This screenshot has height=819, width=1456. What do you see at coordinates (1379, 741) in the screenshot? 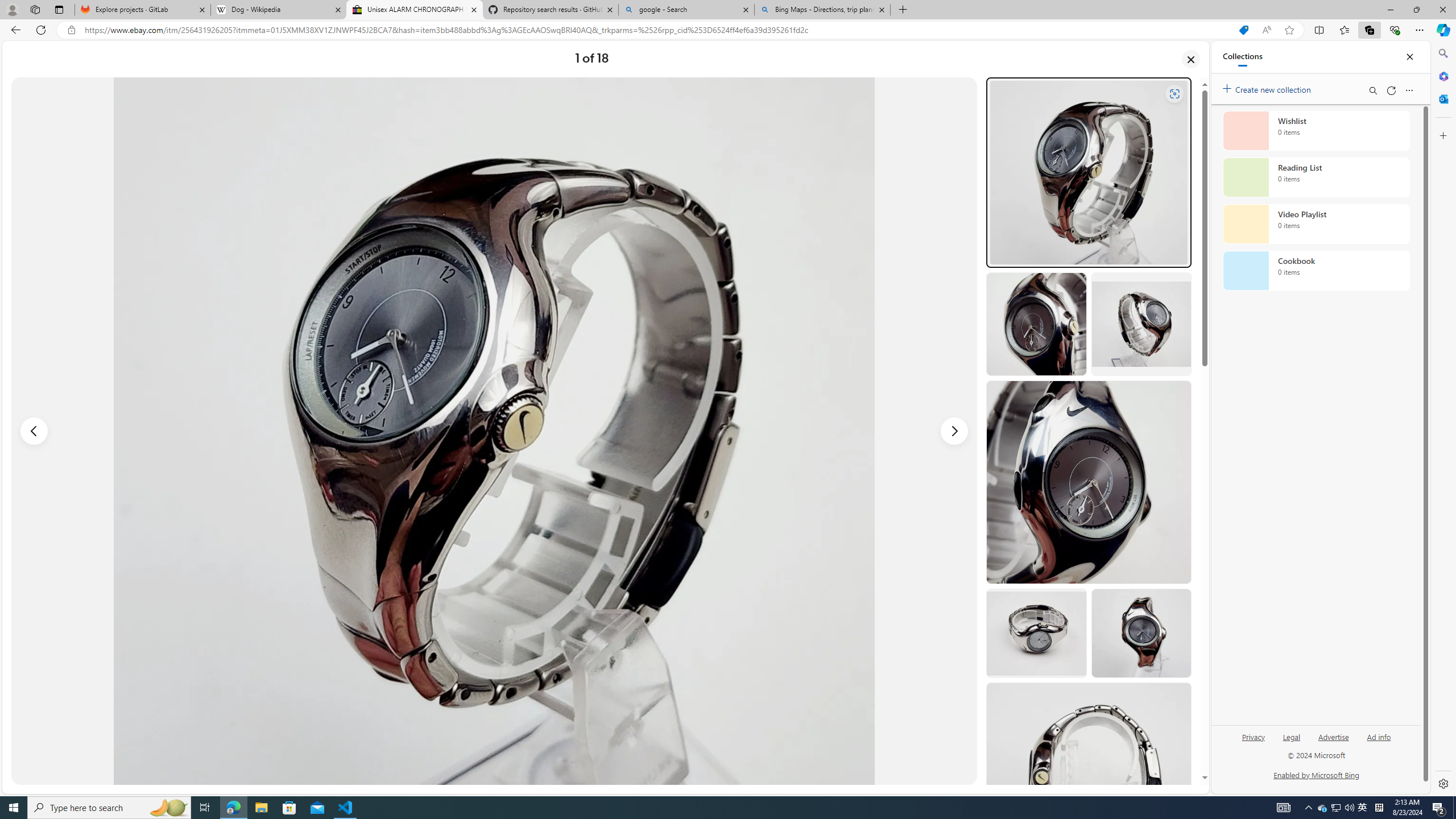
I see `'Ad info'` at bounding box center [1379, 741].